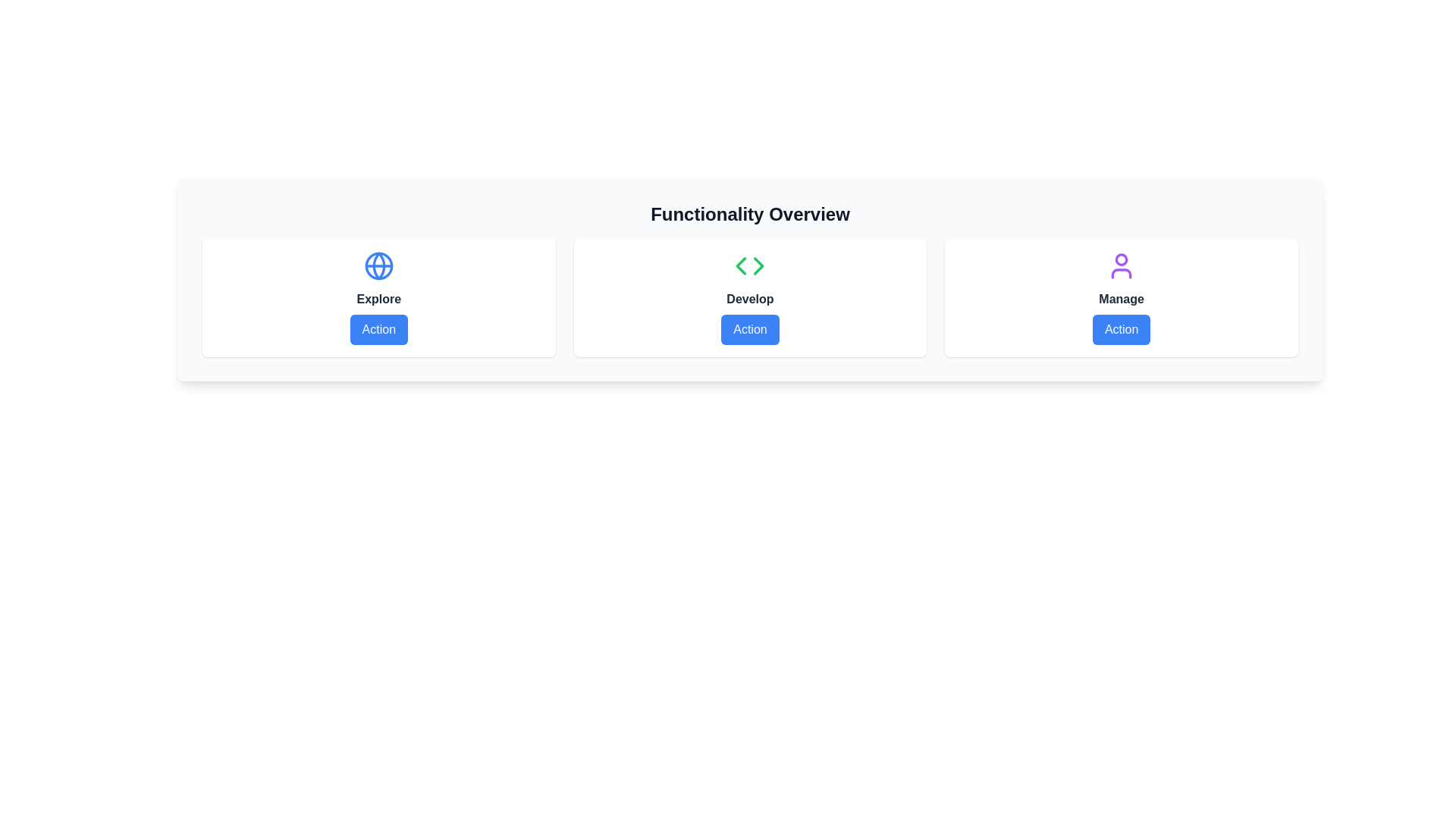  Describe the element at coordinates (1122, 299) in the screenshot. I see `the label that indicates the functionality or section represented by the third card in a row of three cards, positioned centrally below the user icon and above the 'Action' button` at that location.